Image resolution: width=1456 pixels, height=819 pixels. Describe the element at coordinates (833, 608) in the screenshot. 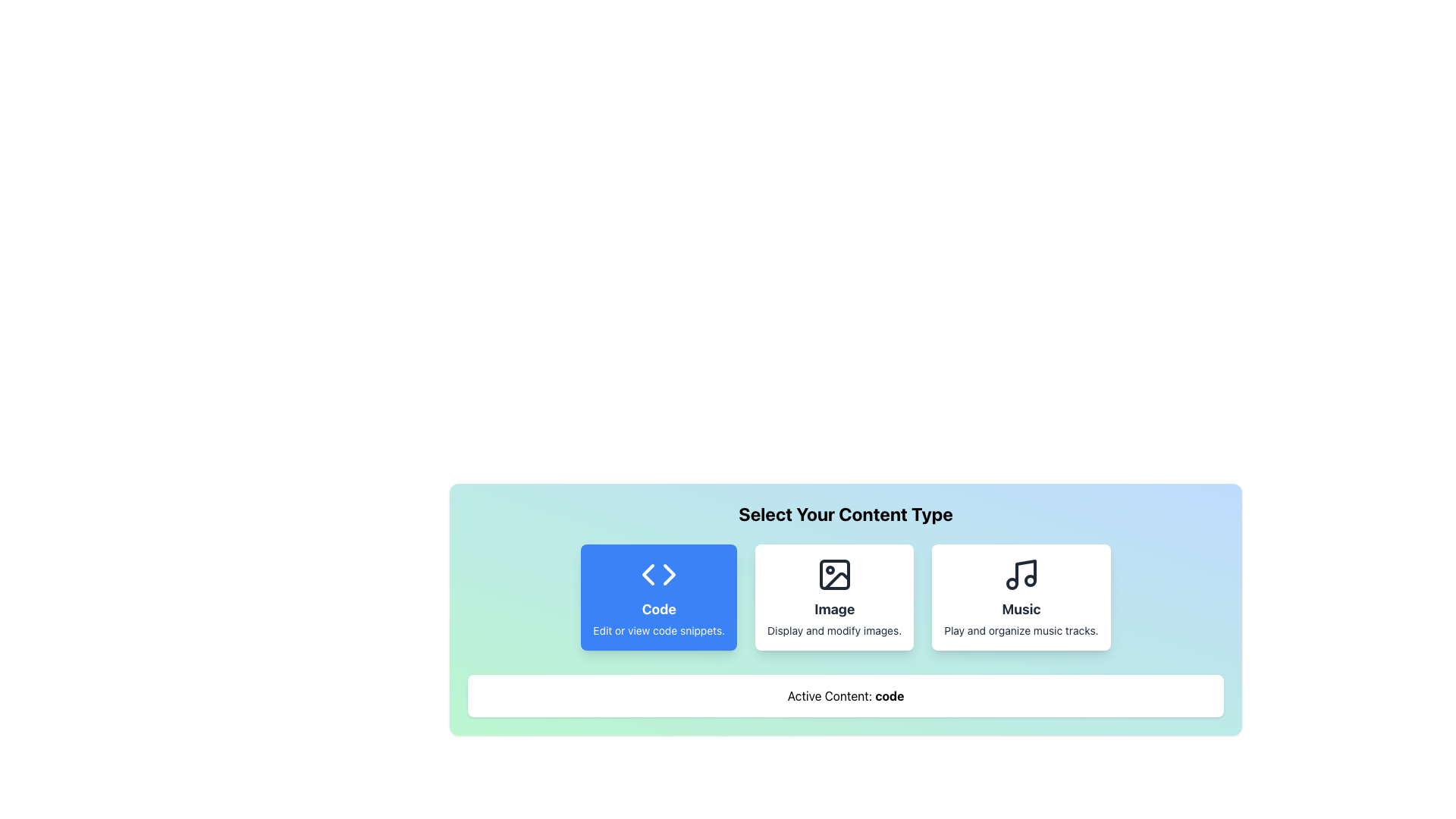

I see `the text fragment displaying the word 'Image' which is centrally aligned within its card and positioned below an image icon` at that location.